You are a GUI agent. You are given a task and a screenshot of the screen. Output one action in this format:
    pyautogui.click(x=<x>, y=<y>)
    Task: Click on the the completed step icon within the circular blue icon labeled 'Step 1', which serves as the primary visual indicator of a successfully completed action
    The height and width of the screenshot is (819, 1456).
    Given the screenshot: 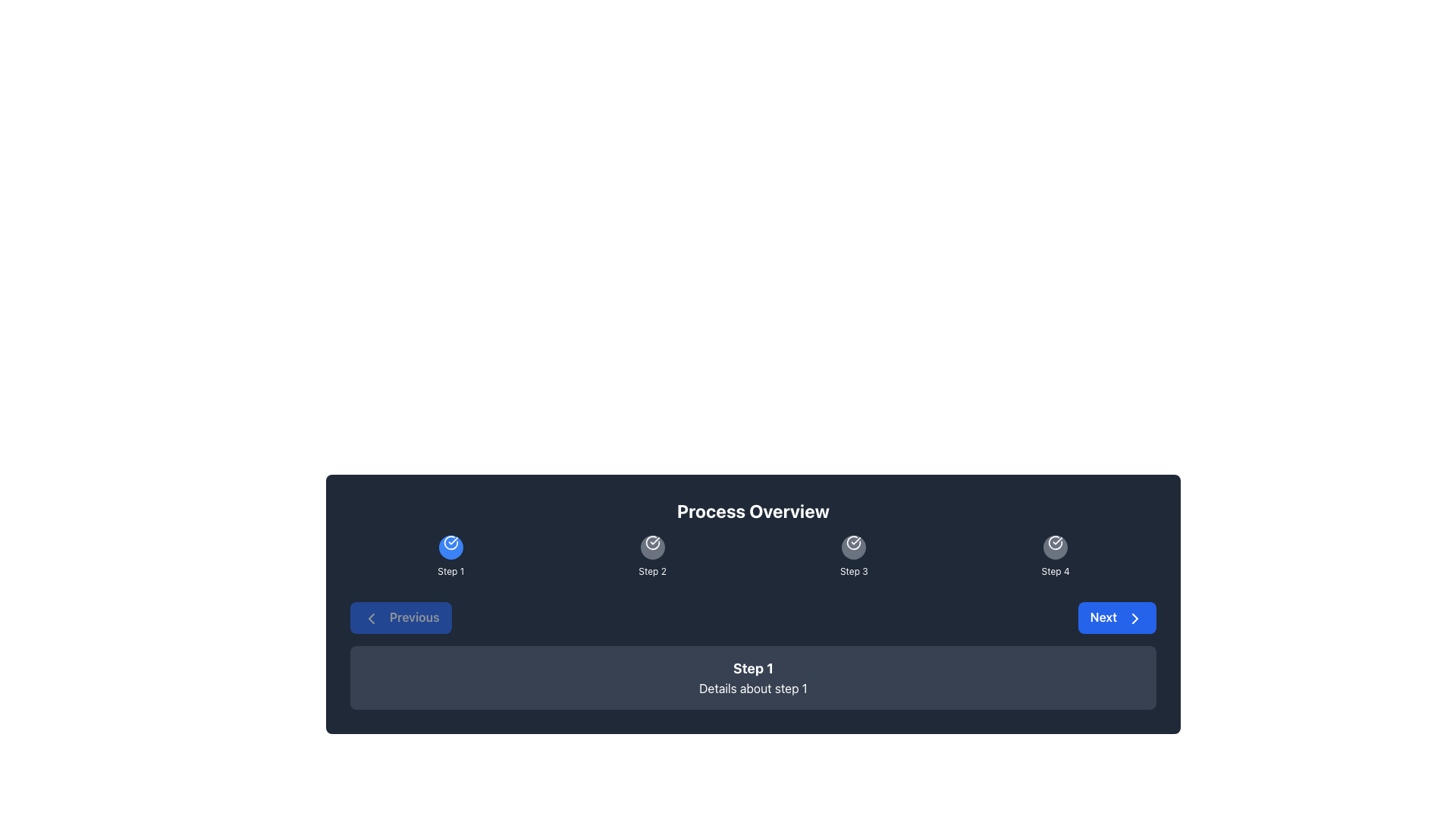 What is the action you would take?
    pyautogui.click(x=450, y=542)
    